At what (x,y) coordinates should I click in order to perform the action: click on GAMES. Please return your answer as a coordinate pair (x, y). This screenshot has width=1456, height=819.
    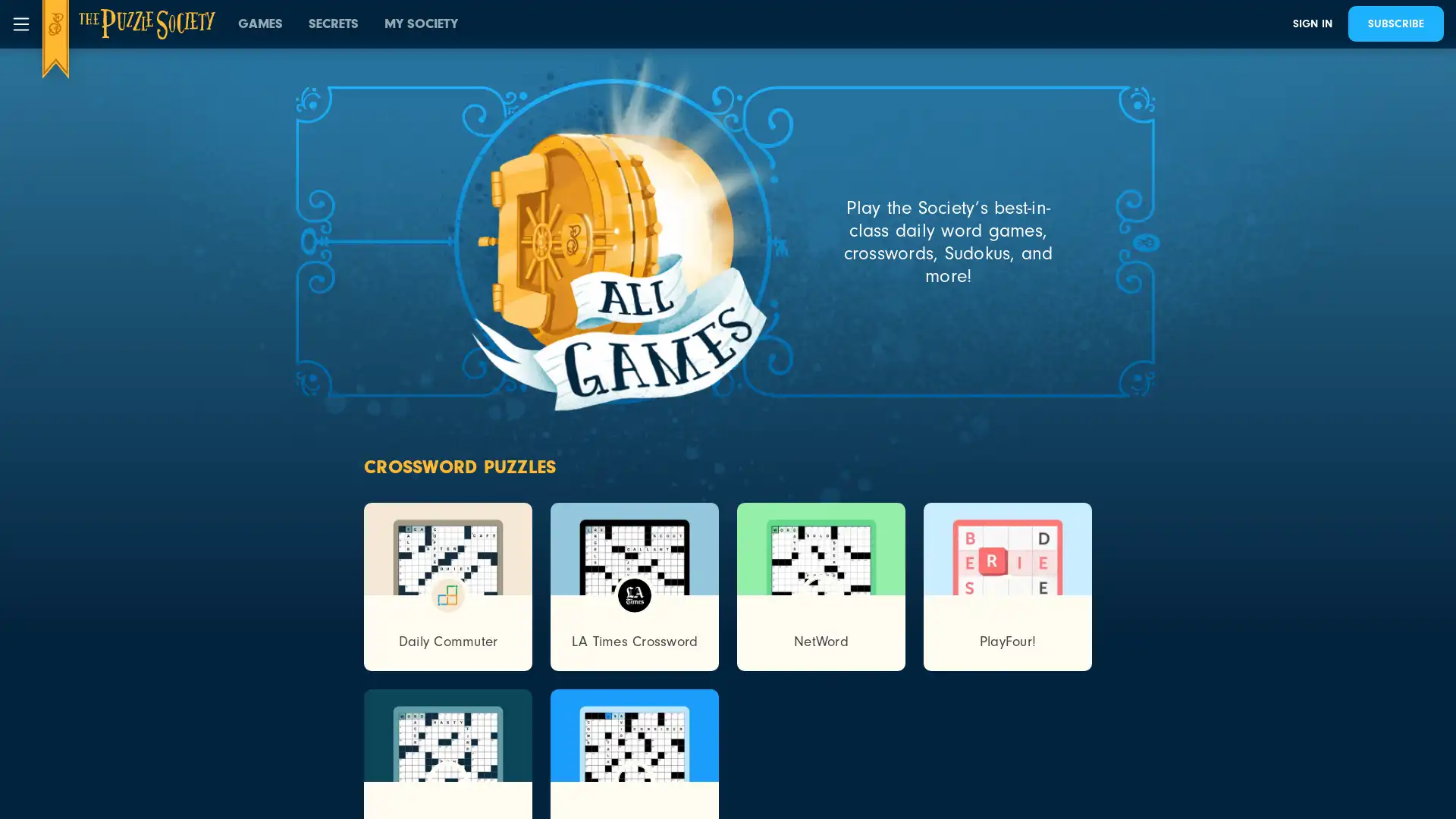
    Looking at the image, I should click on (260, 24).